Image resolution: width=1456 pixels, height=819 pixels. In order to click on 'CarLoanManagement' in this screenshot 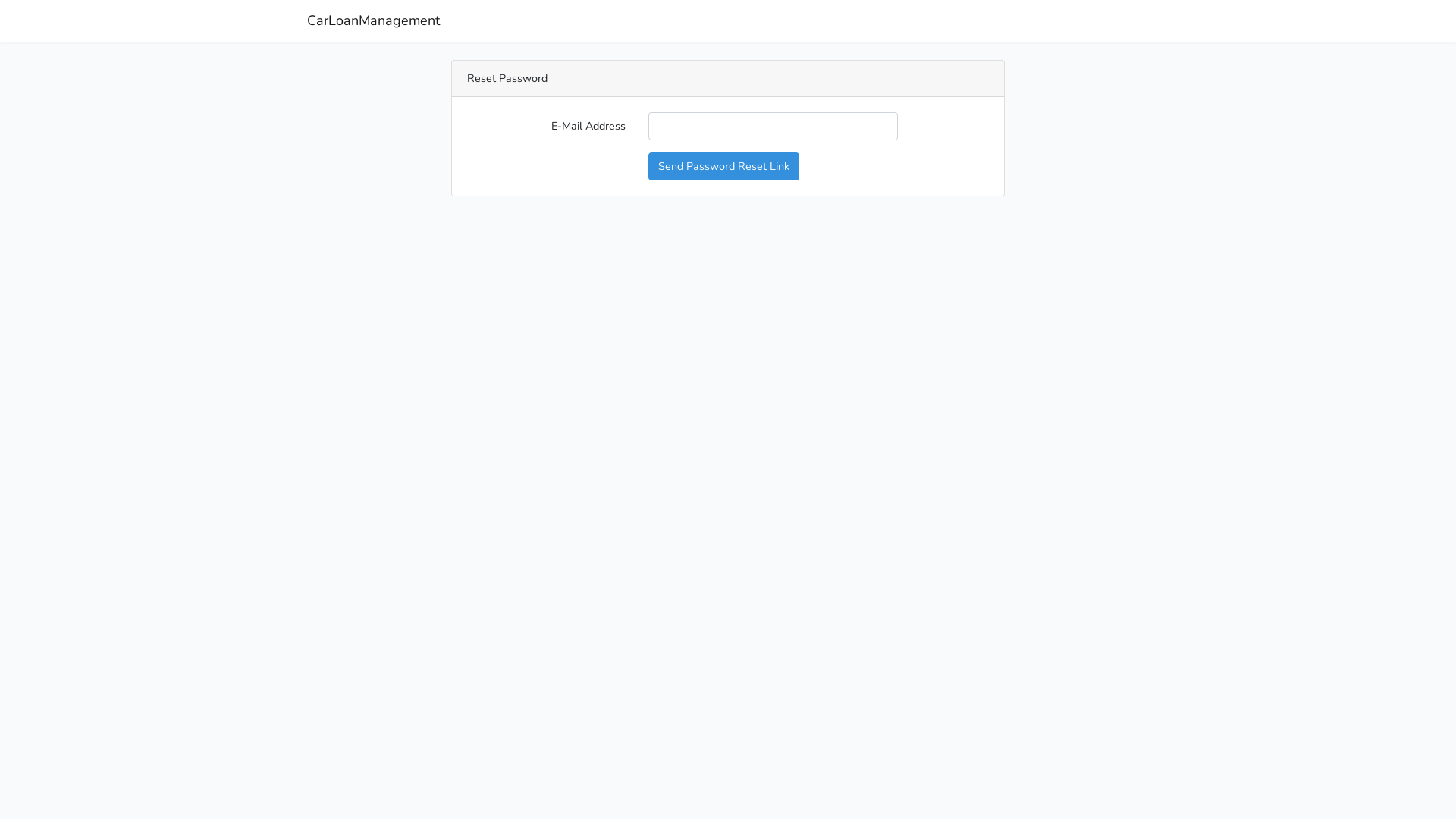, I will do `click(373, 20)`.